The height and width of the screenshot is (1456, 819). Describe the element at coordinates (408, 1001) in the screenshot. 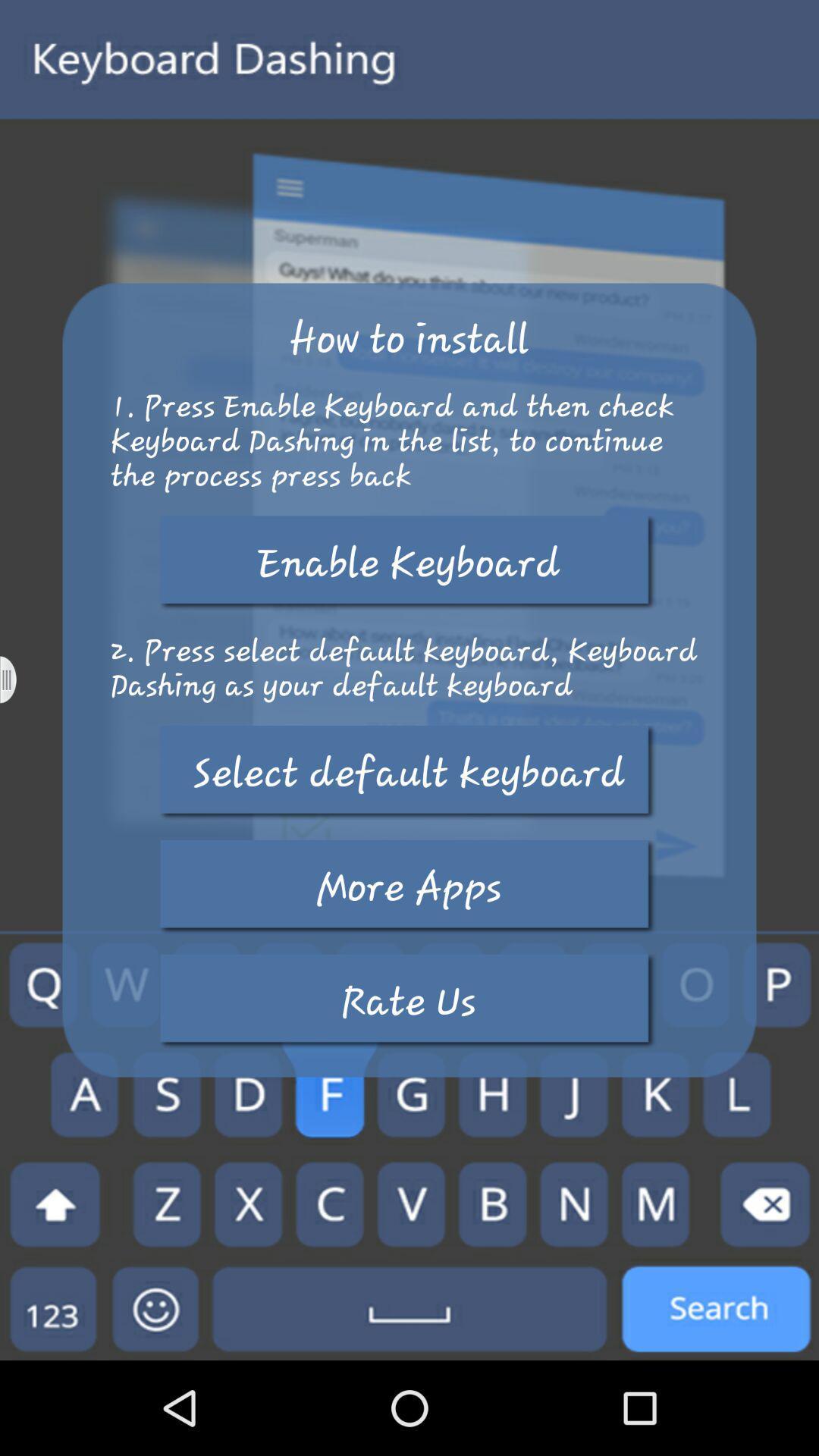

I see `rate us button` at that location.